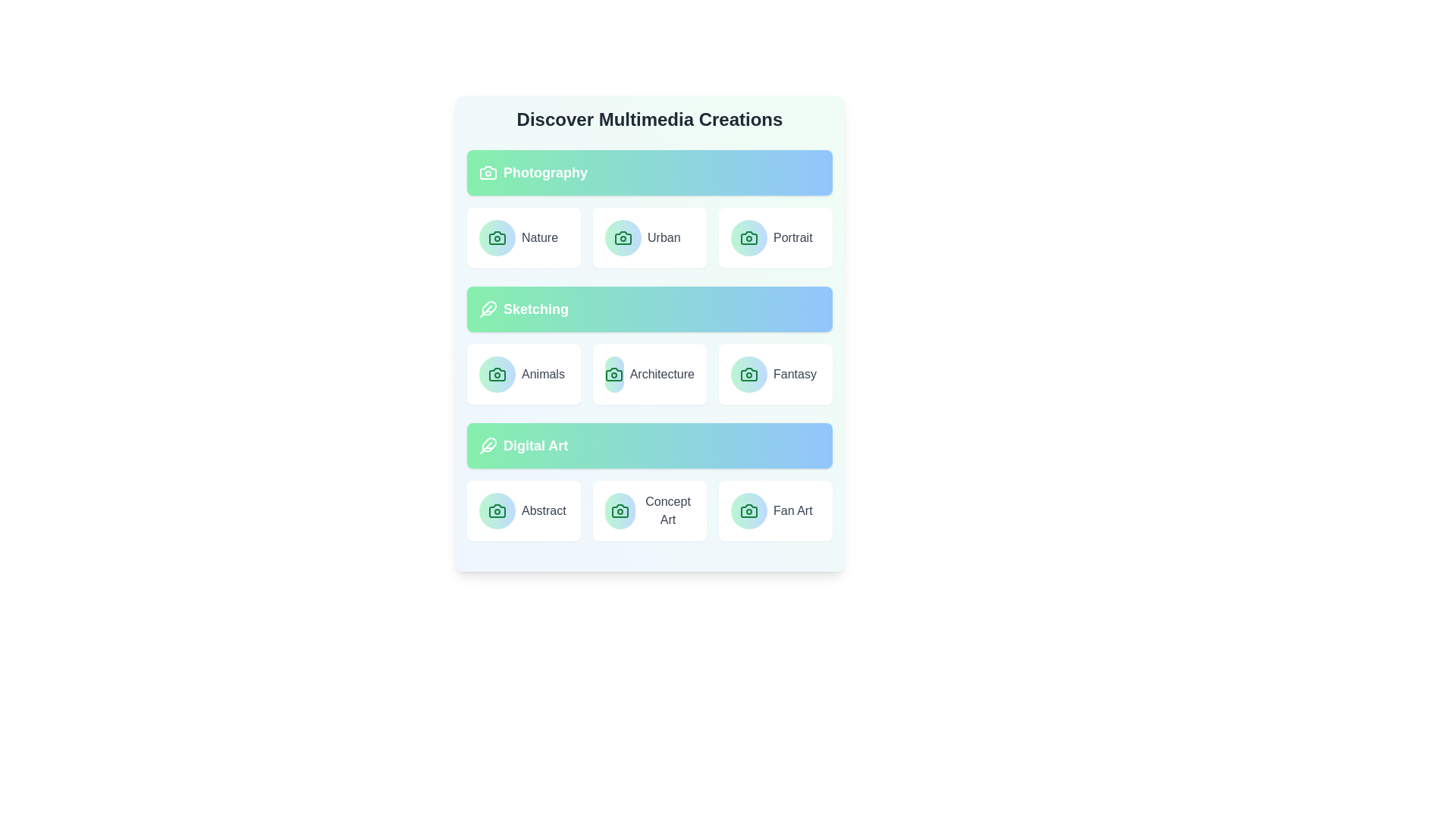 The image size is (1456, 819). I want to click on the item labeled Architecture, so click(650, 374).